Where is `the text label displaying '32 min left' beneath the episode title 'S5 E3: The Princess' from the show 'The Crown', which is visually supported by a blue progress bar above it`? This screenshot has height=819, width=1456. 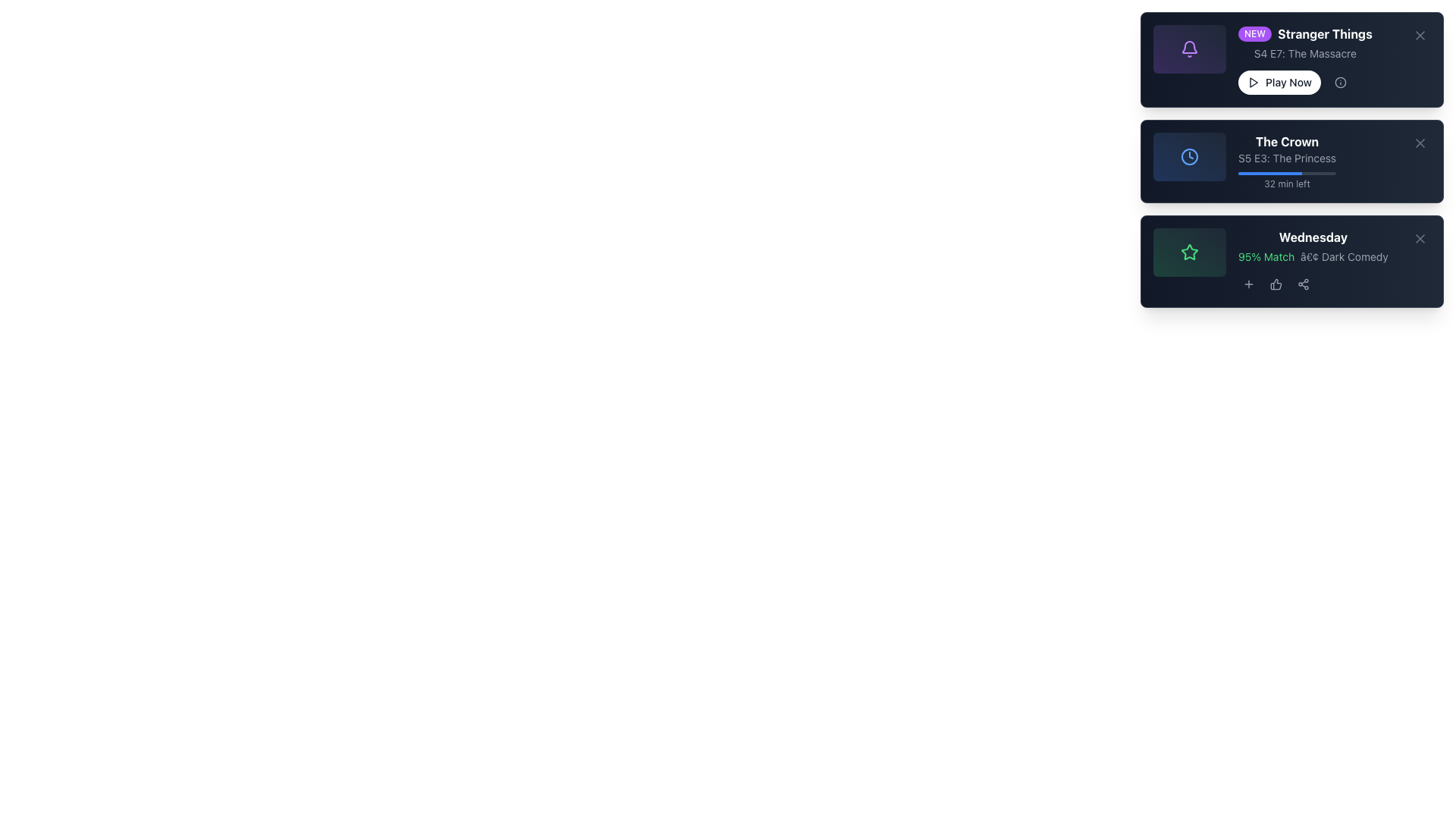 the text label displaying '32 min left' beneath the episode title 'S5 E3: The Princess' from the show 'The Crown', which is visually supported by a blue progress bar above it is located at coordinates (1286, 180).